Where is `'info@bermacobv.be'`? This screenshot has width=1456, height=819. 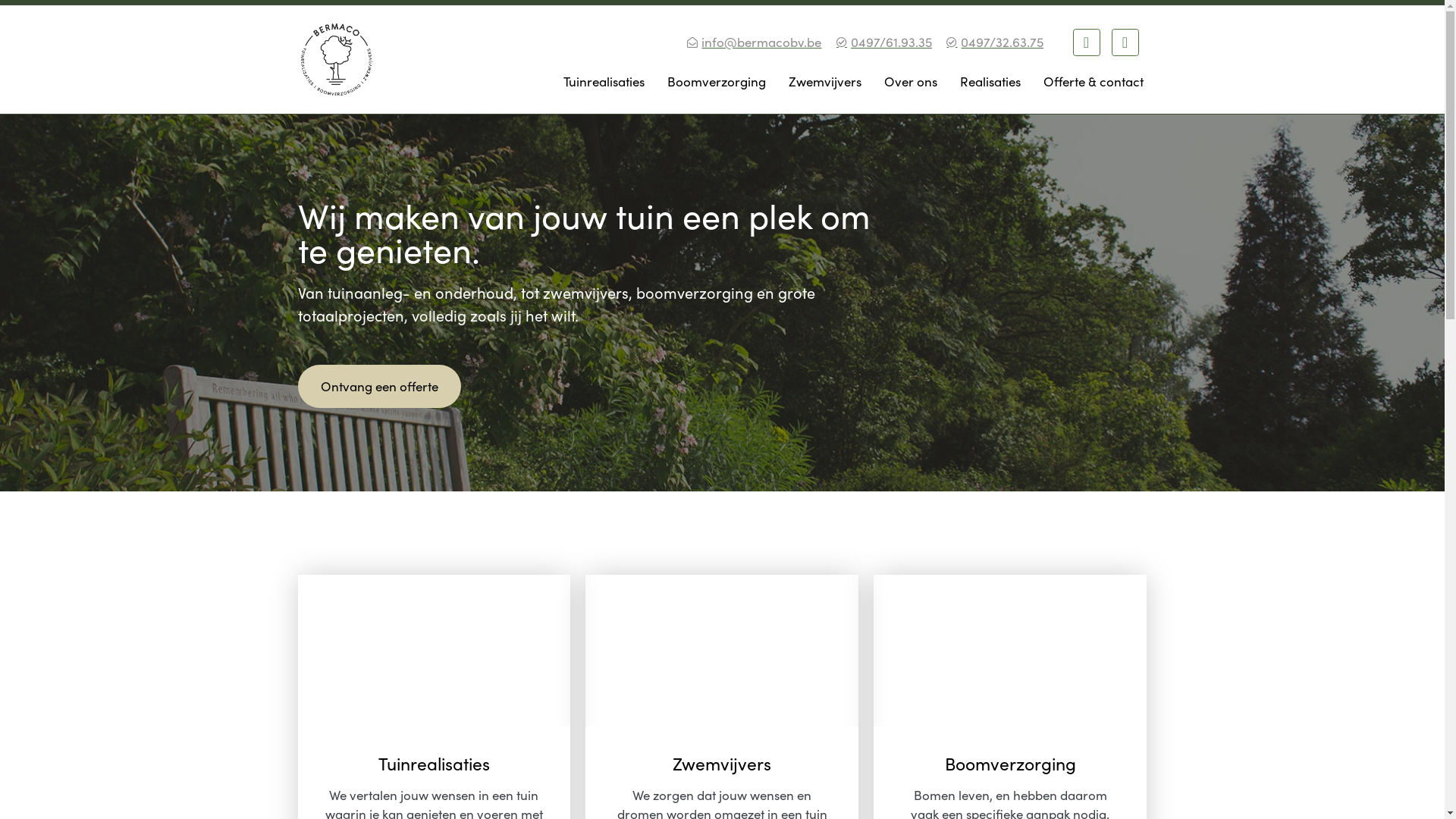
'info@bermacobv.be' is located at coordinates (753, 42).